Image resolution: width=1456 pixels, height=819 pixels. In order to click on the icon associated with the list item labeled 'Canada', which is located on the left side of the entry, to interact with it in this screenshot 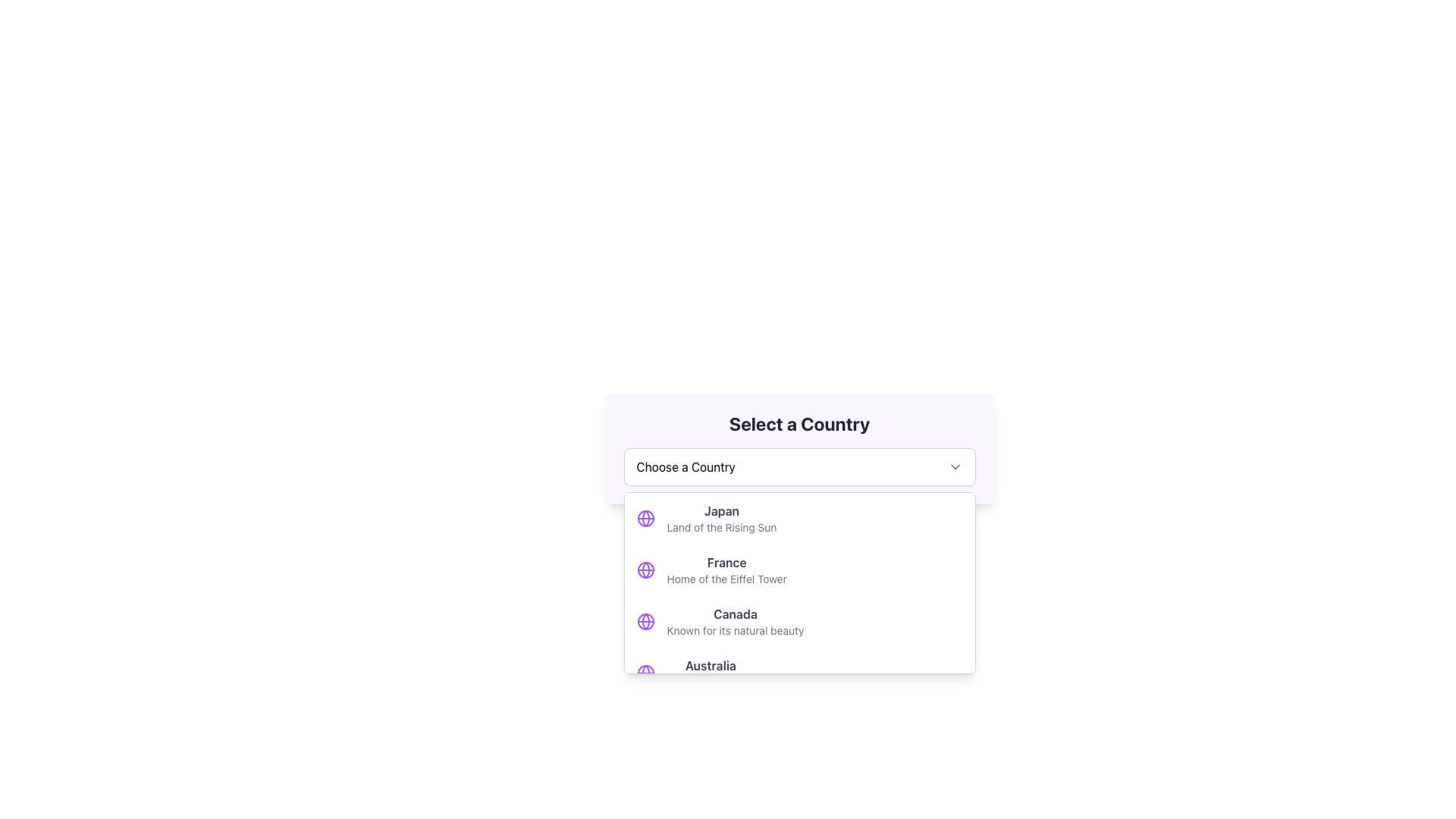, I will do `click(645, 622)`.